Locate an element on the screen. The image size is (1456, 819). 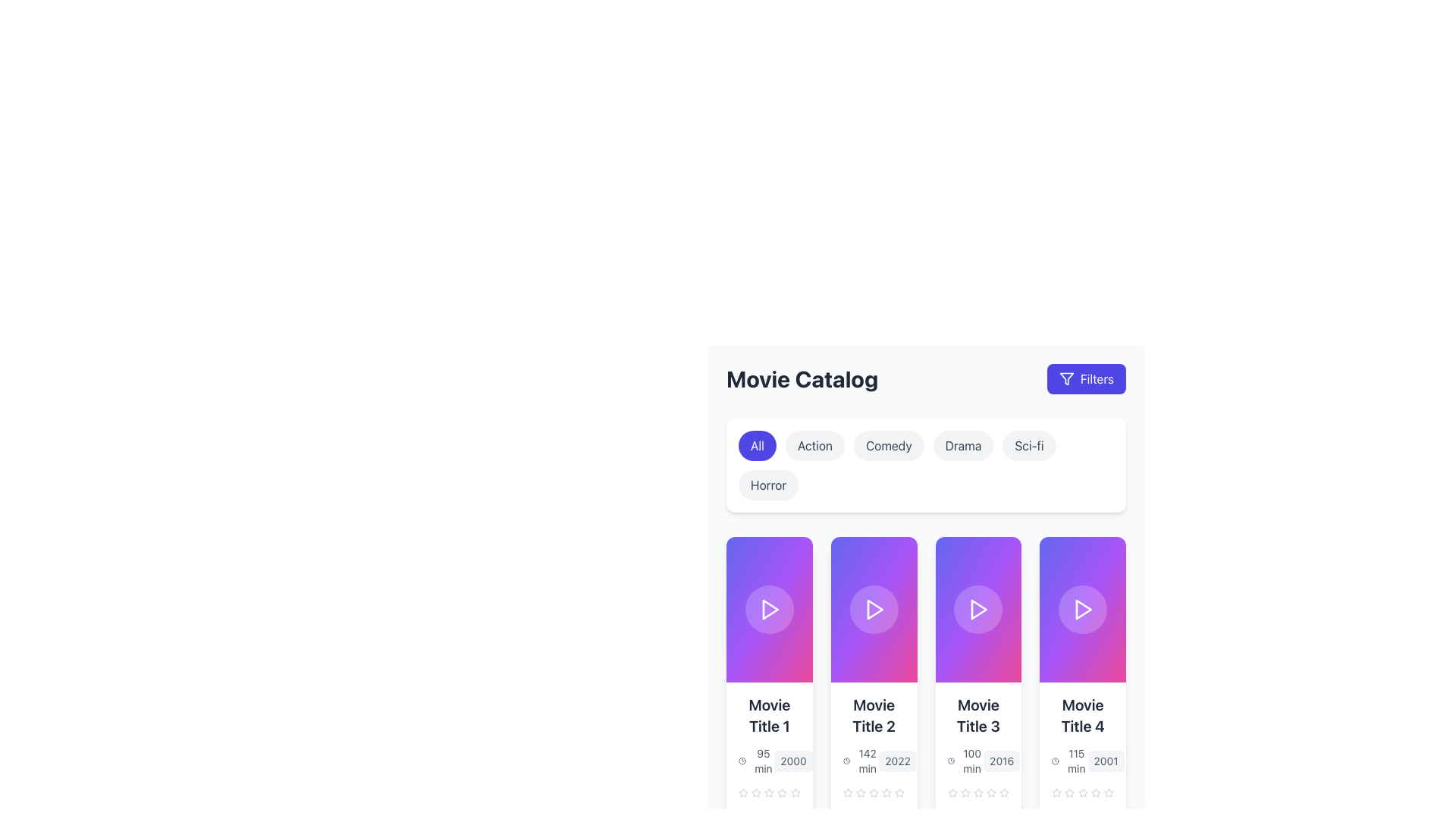
the fifth star icon in the horizontal sequence of star icons used for rating, located under the fourth movie card titled 'Movie Title 4' is located at coordinates (1096, 792).